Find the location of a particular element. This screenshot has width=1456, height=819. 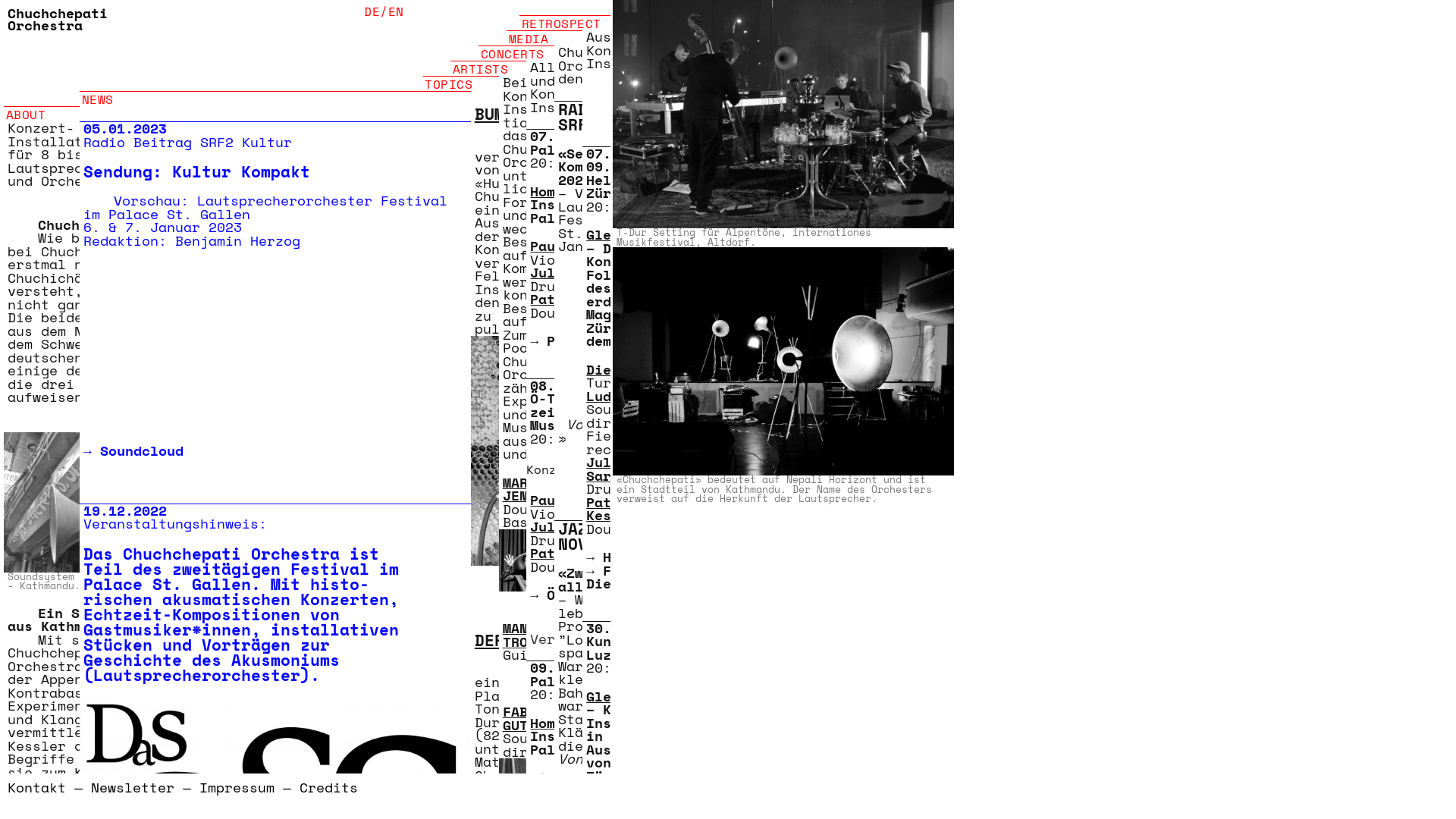

'EN' is located at coordinates (396, 11).